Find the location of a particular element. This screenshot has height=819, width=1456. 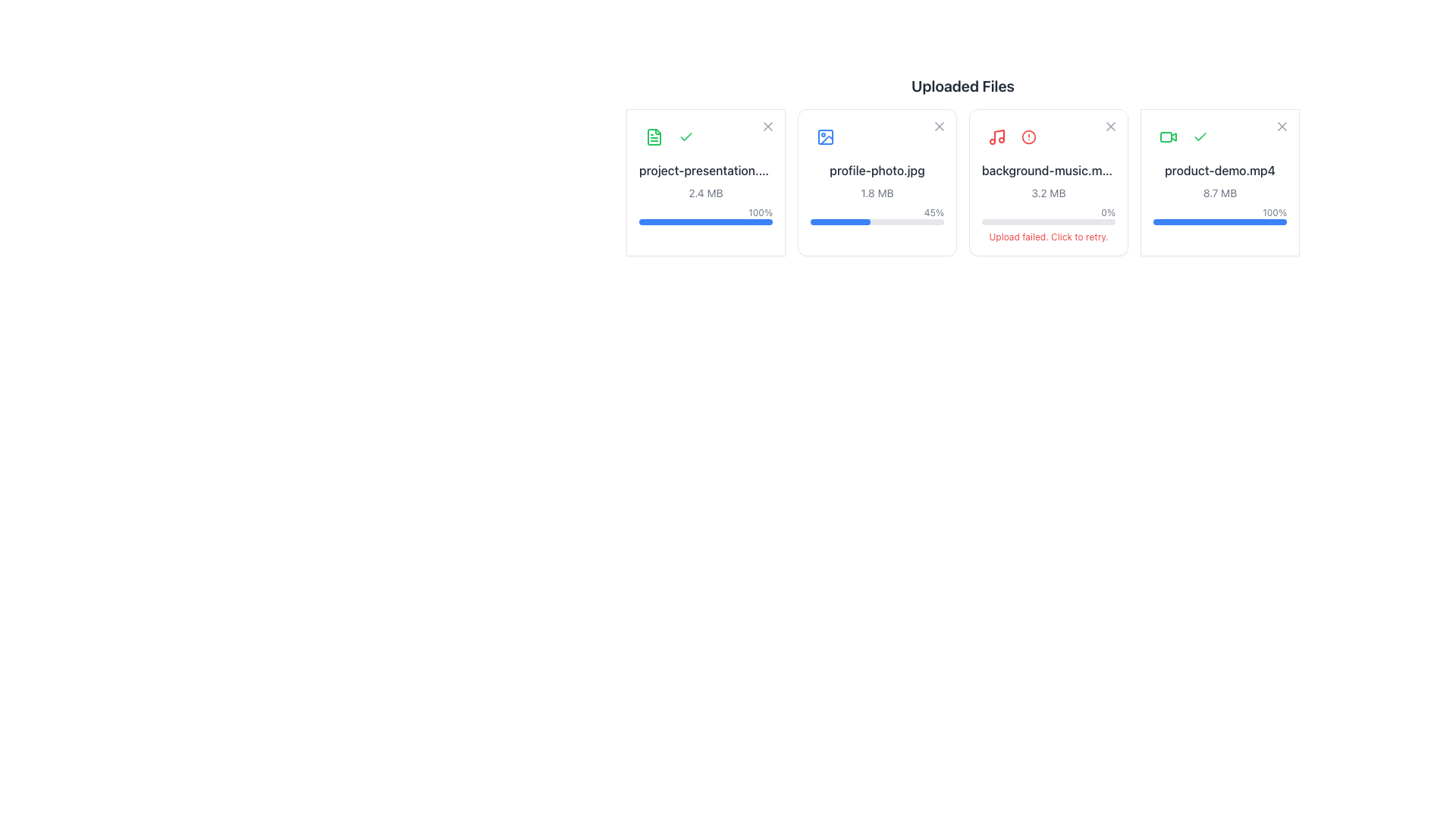

the thick green checkmark icon located in the 'Uploaded Files' section of the 'product-demo.mp4' file card is located at coordinates (686, 136).